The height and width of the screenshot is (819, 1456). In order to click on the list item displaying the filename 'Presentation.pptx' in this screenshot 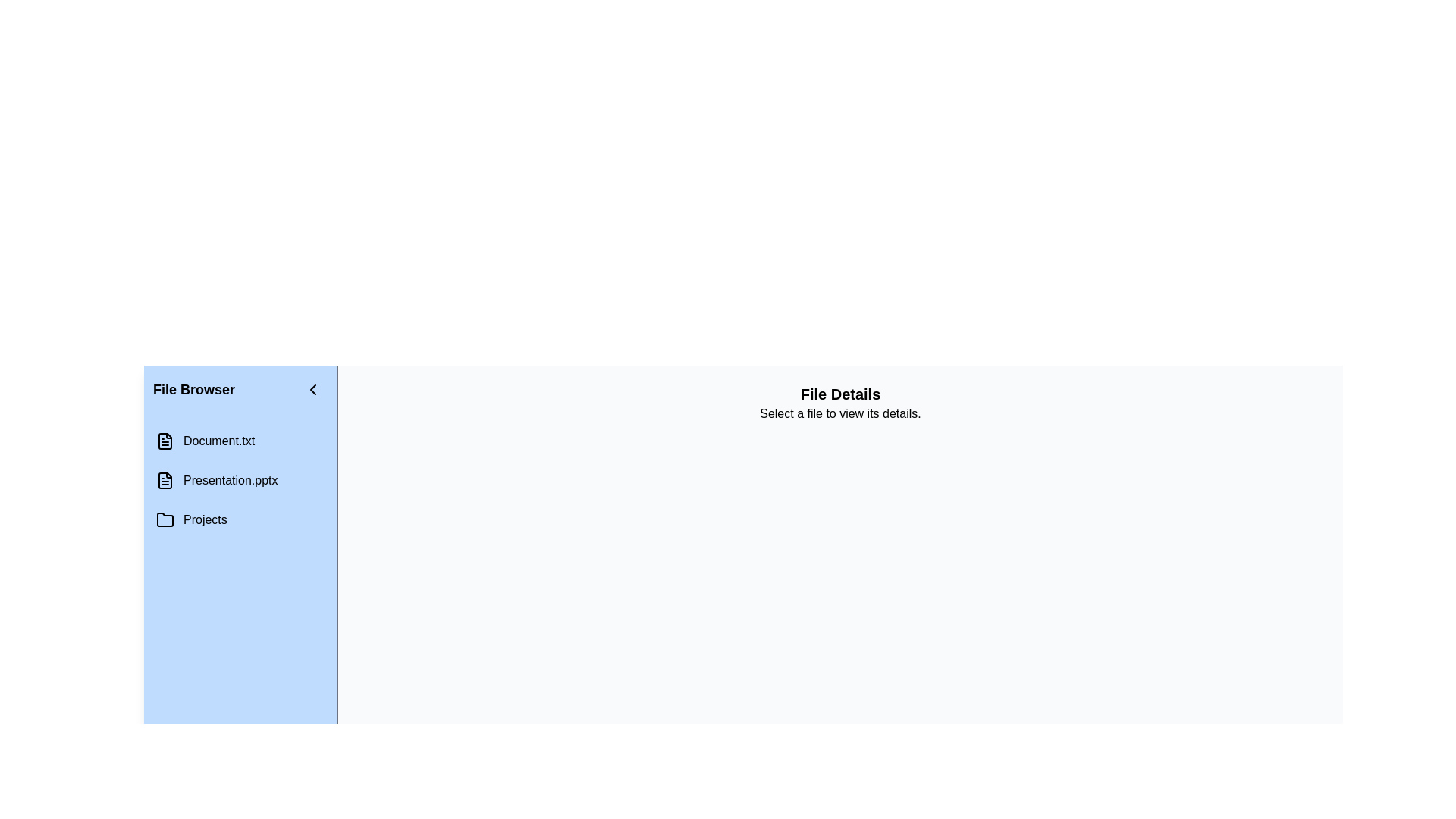, I will do `click(240, 480)`.